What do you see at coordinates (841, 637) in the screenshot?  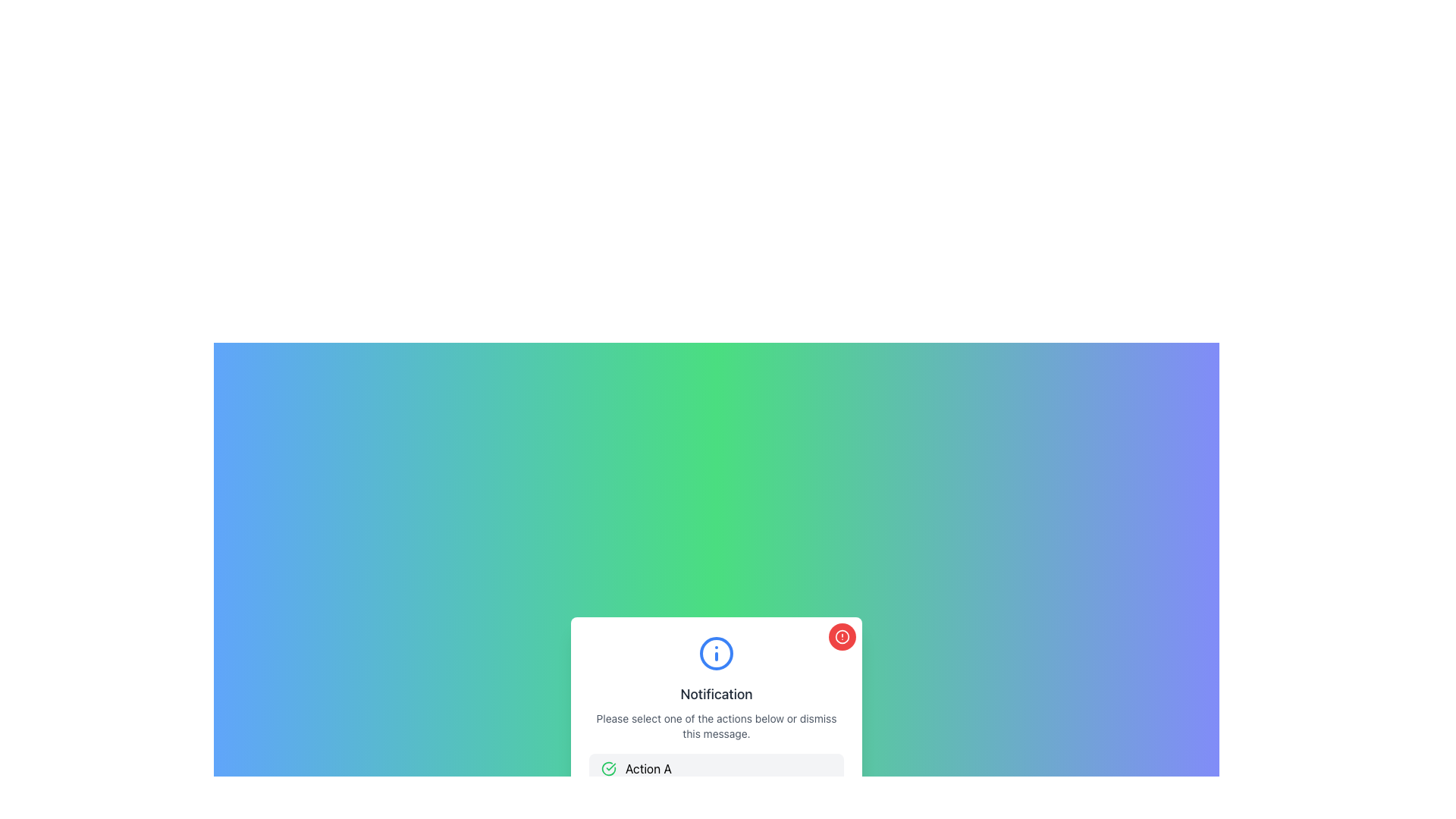 I see `properties of the SVG Circle element located in the top-right portion of the notification panel, which is part of a circular alert icon` at bounding box center [841, 637].